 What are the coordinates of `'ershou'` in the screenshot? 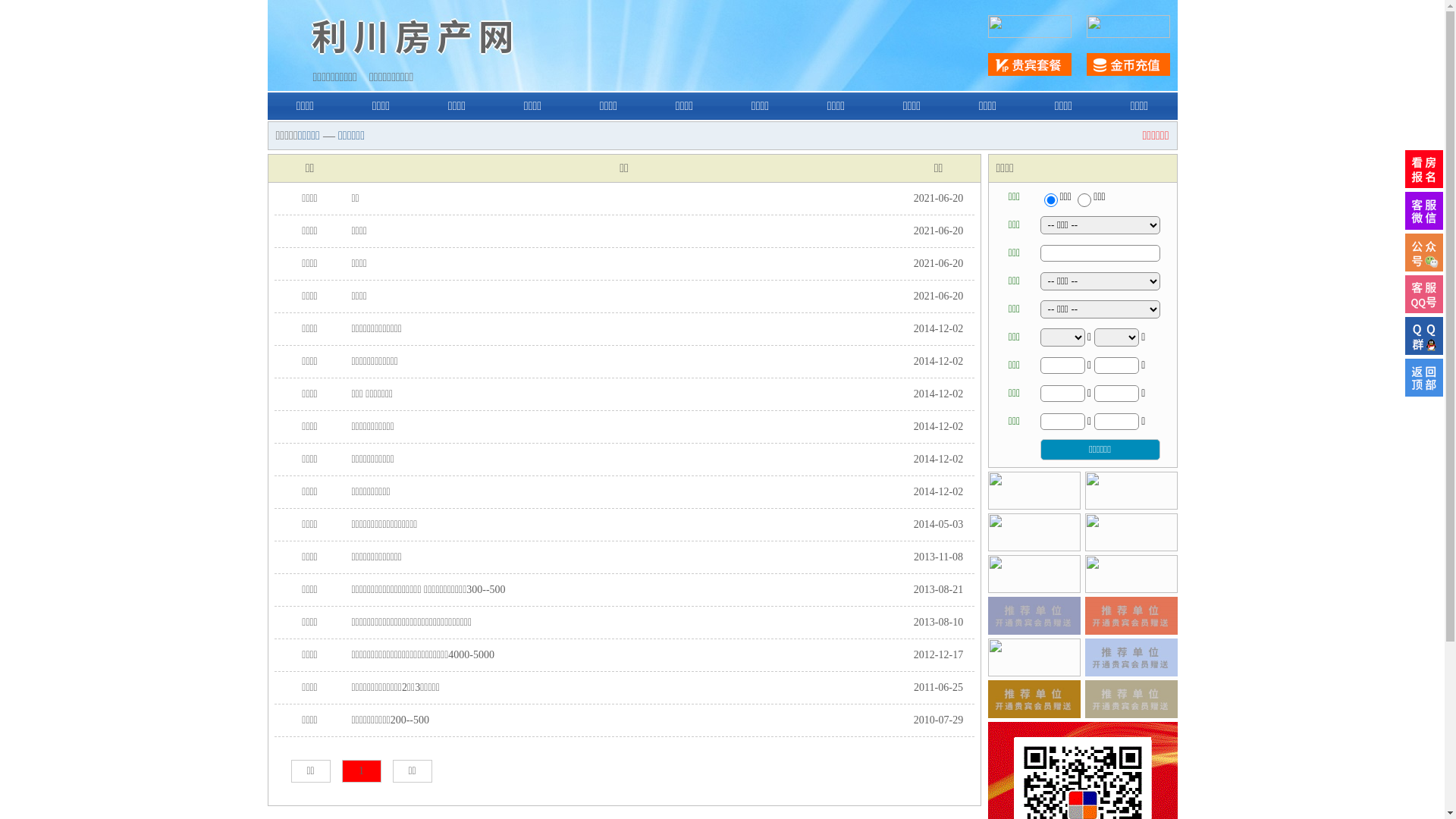 It's located at (1050, 199).